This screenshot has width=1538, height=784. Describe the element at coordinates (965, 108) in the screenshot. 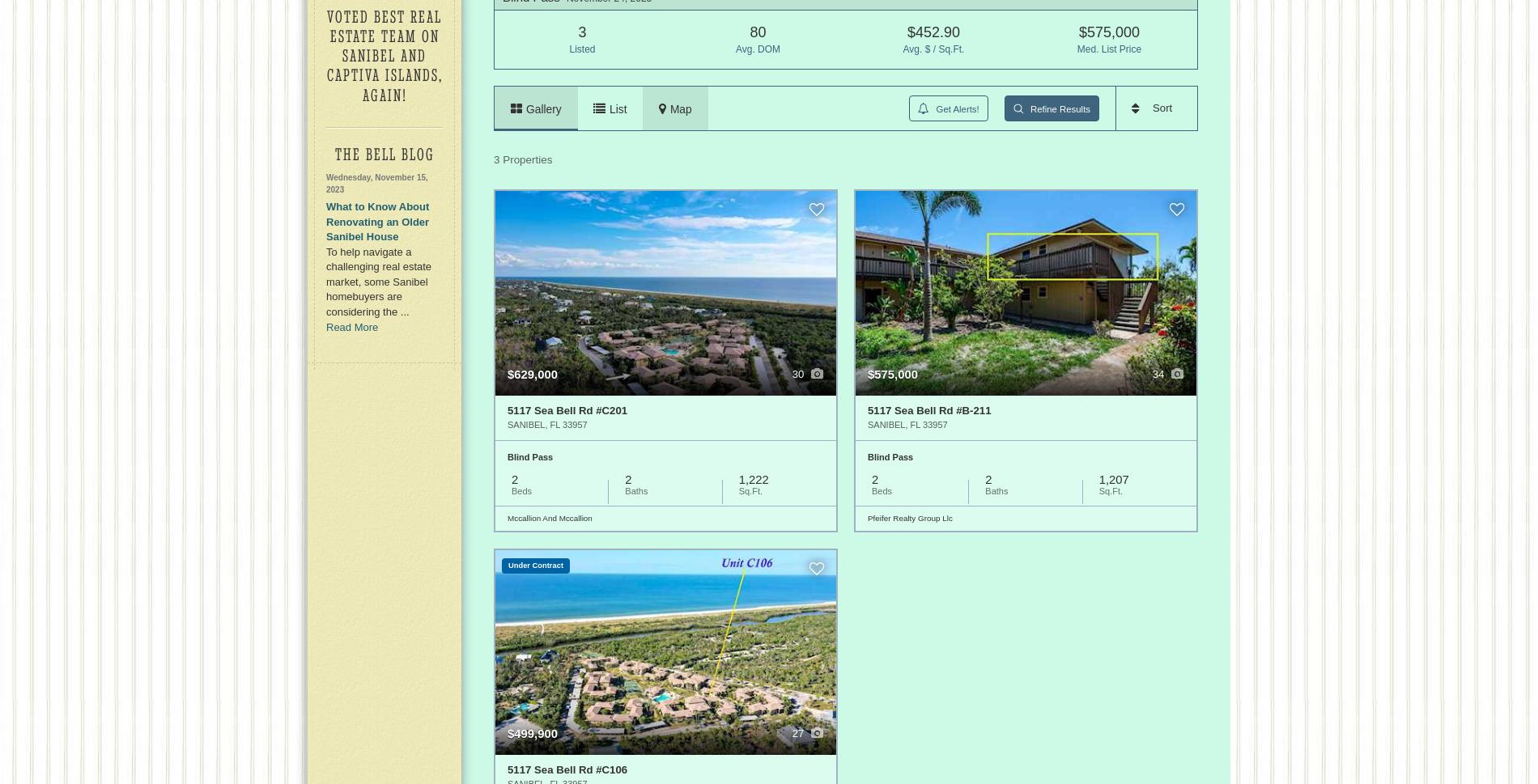

I see `'Alerts!'` at that location.